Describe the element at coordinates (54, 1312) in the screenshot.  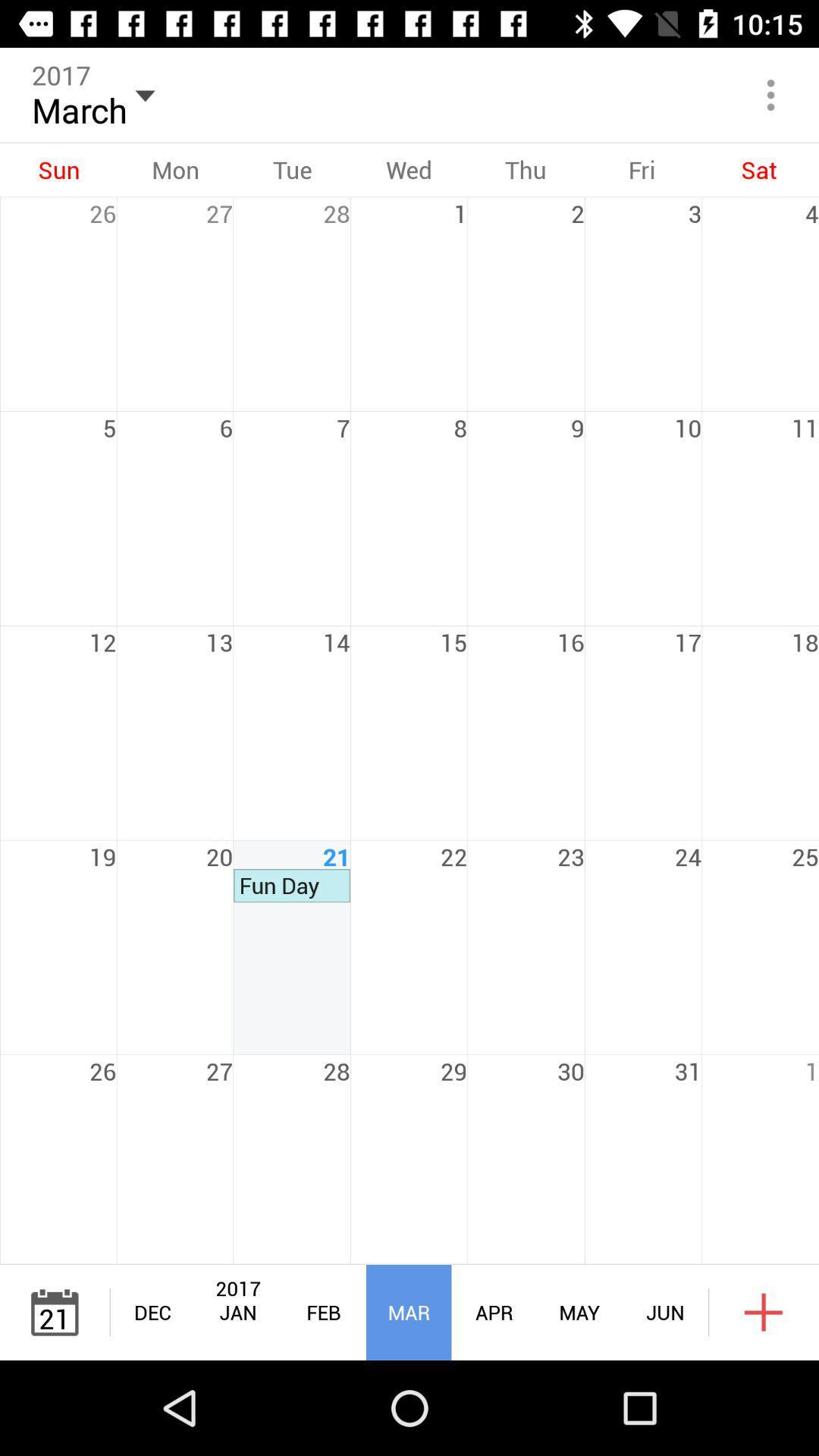
I see `the date_range icon` at that location.